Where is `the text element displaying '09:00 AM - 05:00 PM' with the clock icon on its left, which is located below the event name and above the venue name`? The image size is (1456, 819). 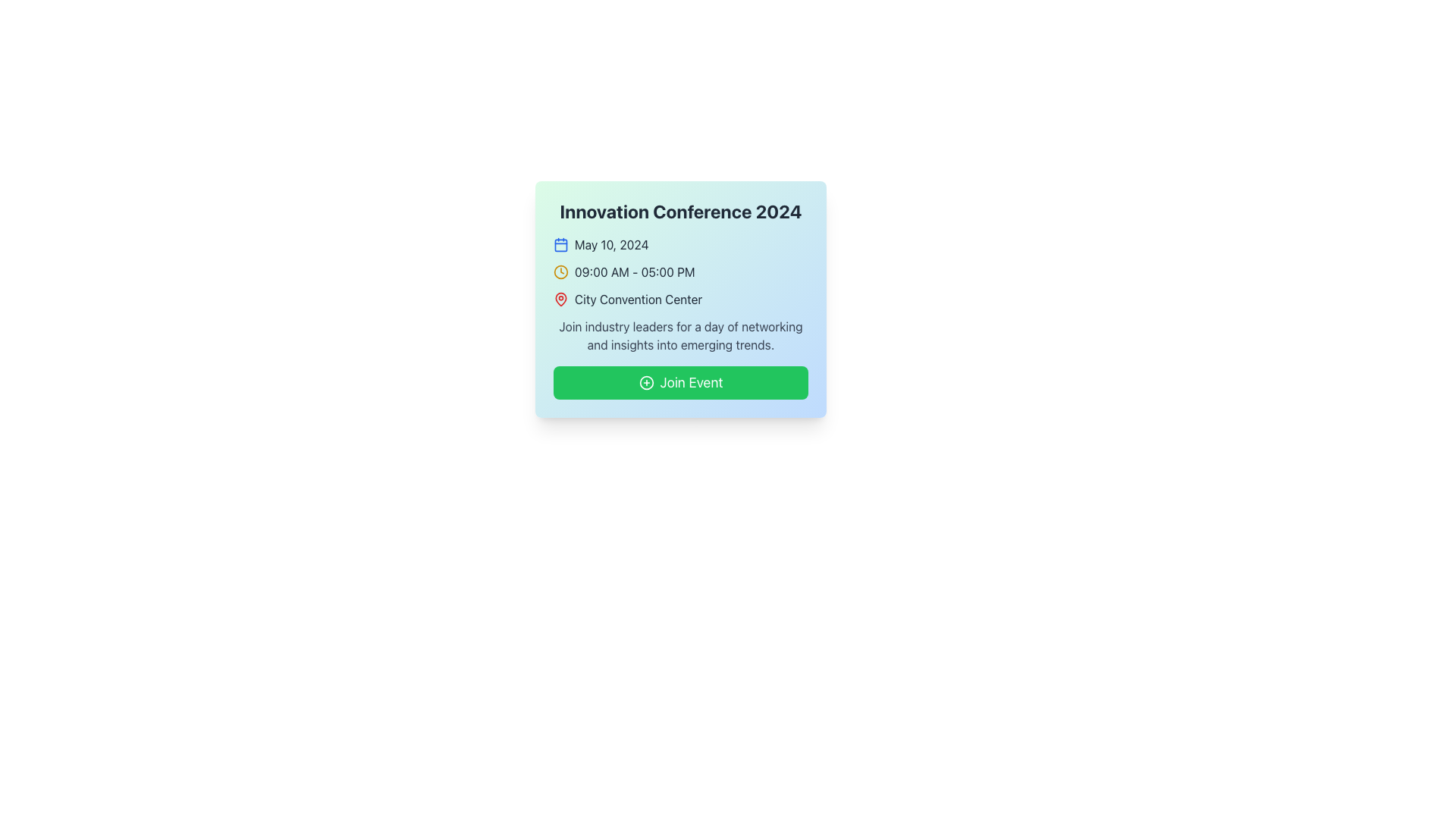 the text element displaying '09:00 AM - 05:00 PM' with the clock icon on its left, which is located below the event name and above the venue name is located at coordinates (679, 271).